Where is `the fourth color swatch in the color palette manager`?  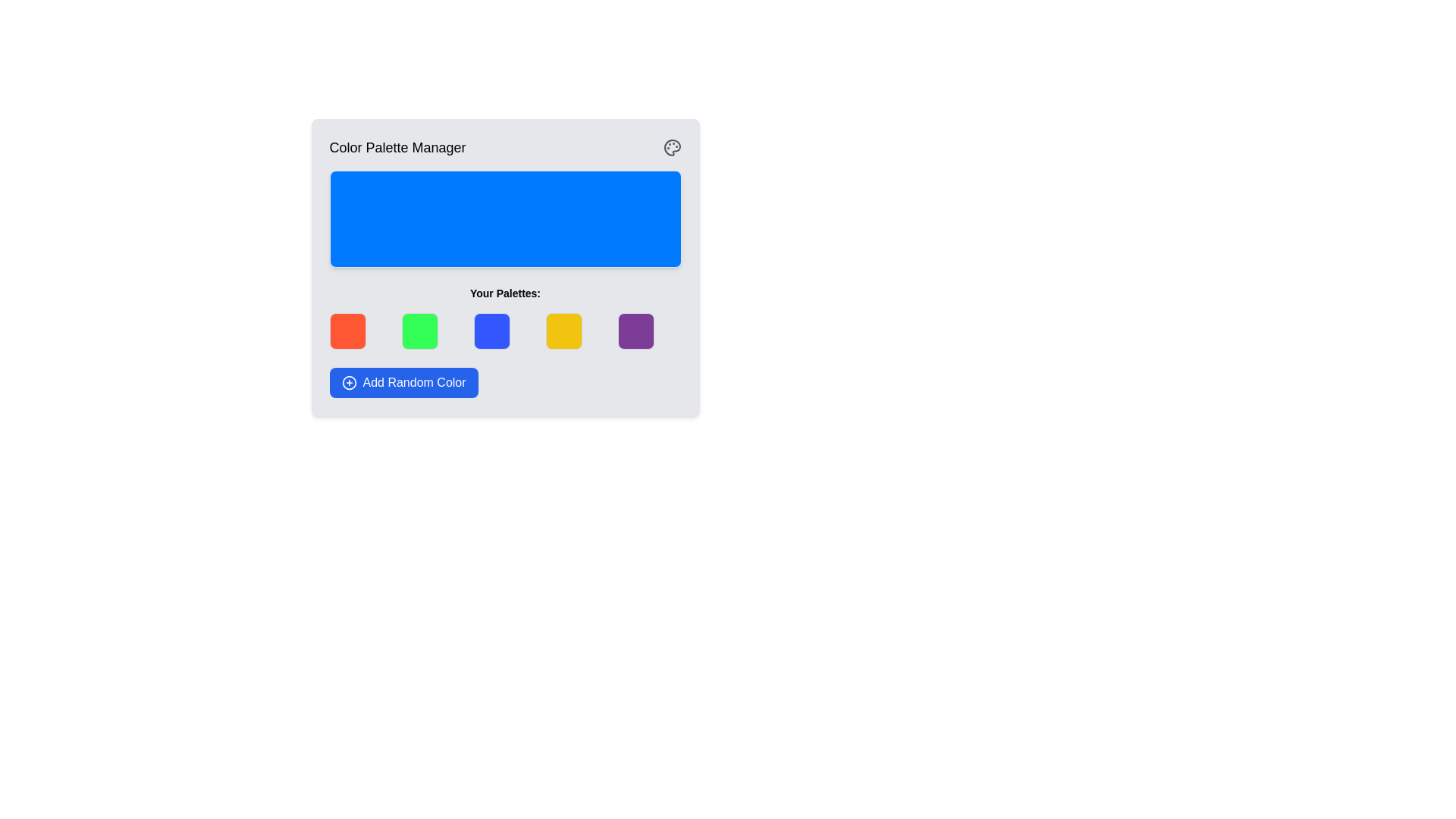 the fourth color swatch in the color palette manager is located at coordinates (563, 330).